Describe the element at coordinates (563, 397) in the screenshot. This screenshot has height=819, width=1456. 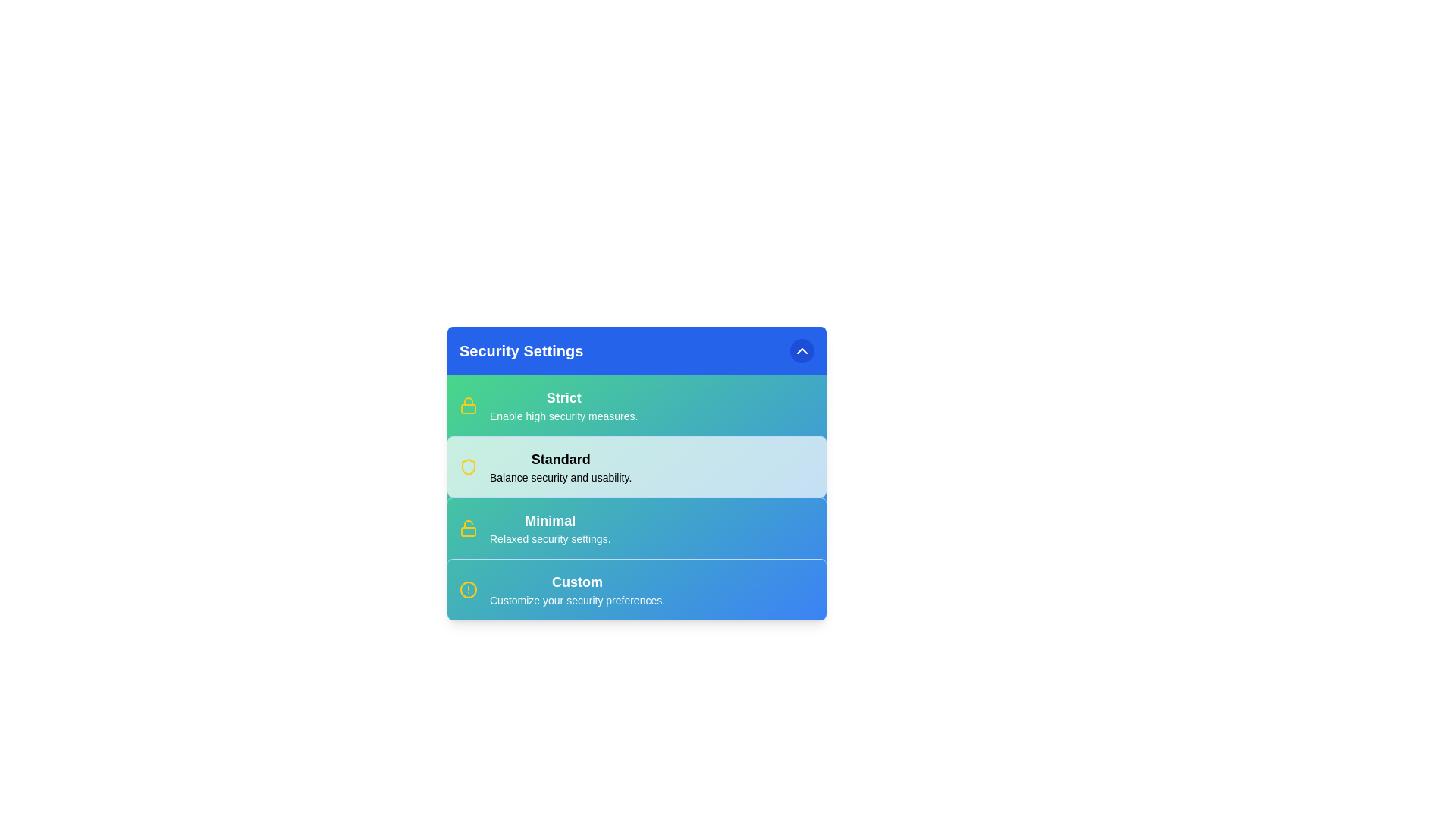
I see `the security option Strict to read its description` at that location.